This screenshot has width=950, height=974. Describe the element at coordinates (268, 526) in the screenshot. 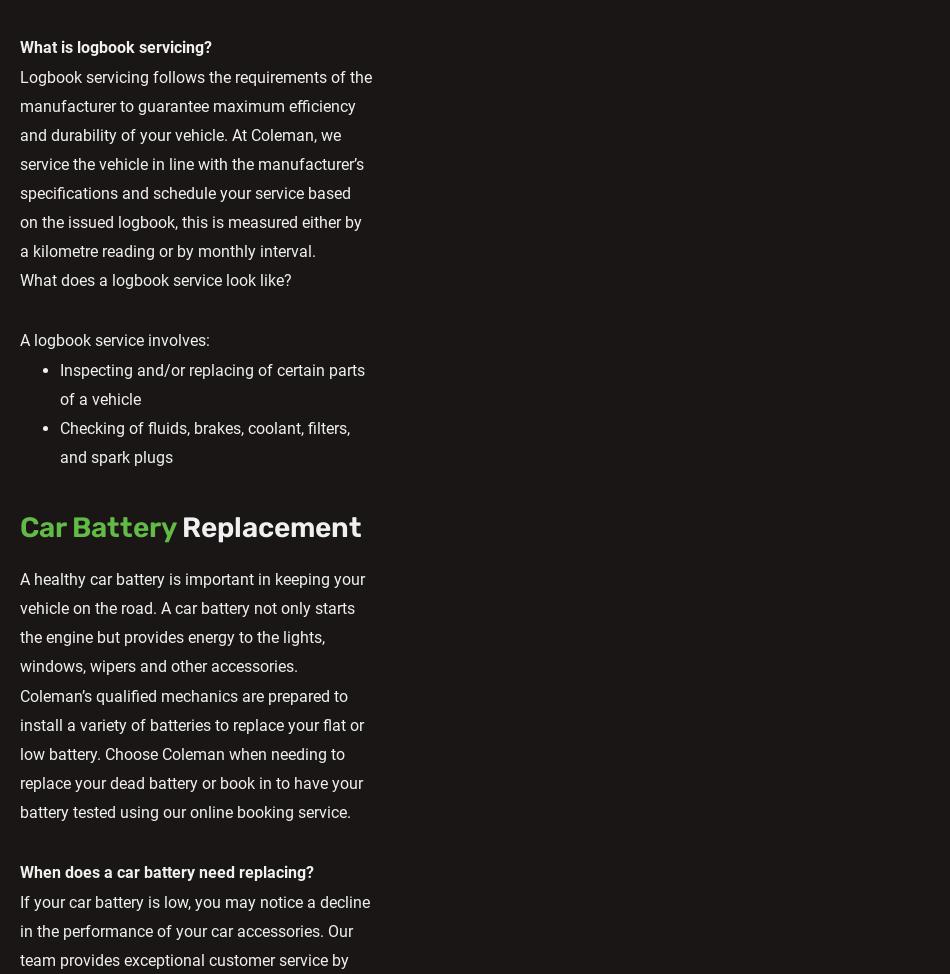

I see `'Replacement'` at that location.